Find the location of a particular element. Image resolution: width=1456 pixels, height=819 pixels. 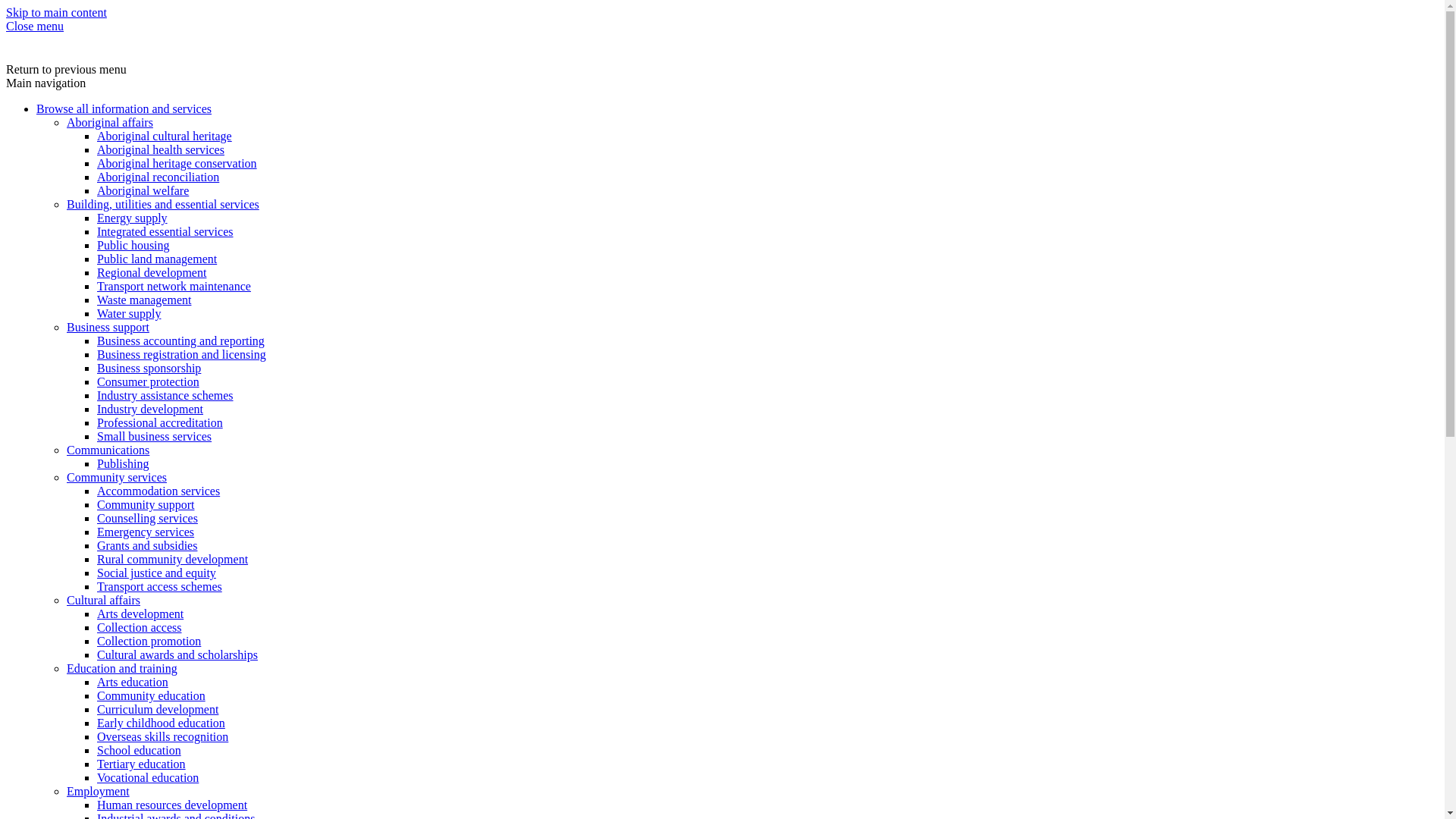

'Curriculum development' is located at coordinates (157, 709).